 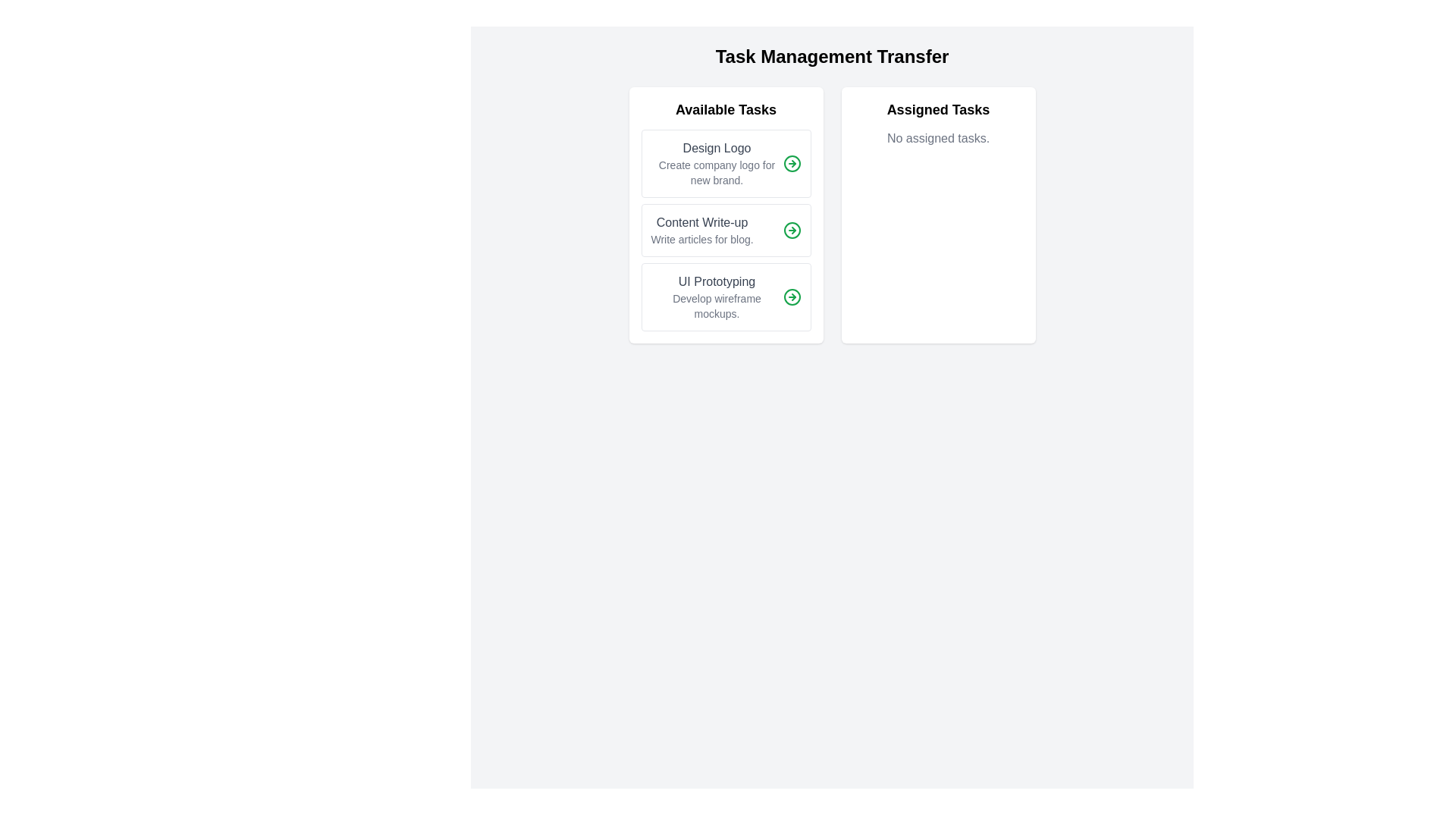 What do you see at coordinates (791, 297) in the screenshot?
I see `the SVG Circle component with a radius of 10 units, styled with a stroke and positioned in the bottom-most task card of the 'Available Tasks' section for the 'UI Prototyping' task` at bounding box center [791, 297].